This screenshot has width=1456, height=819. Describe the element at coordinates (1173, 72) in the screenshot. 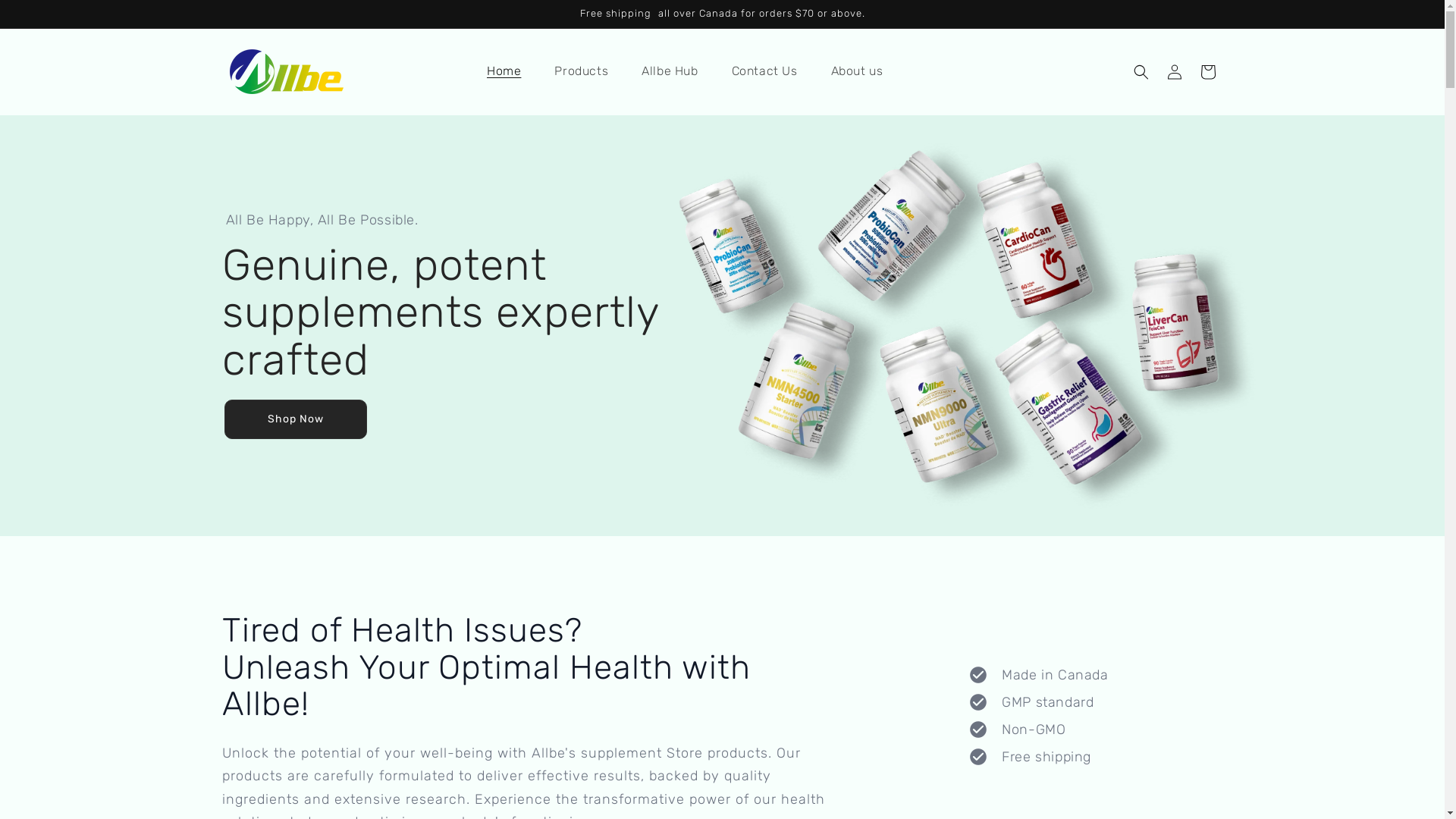

I see `'Log in'` at that location.